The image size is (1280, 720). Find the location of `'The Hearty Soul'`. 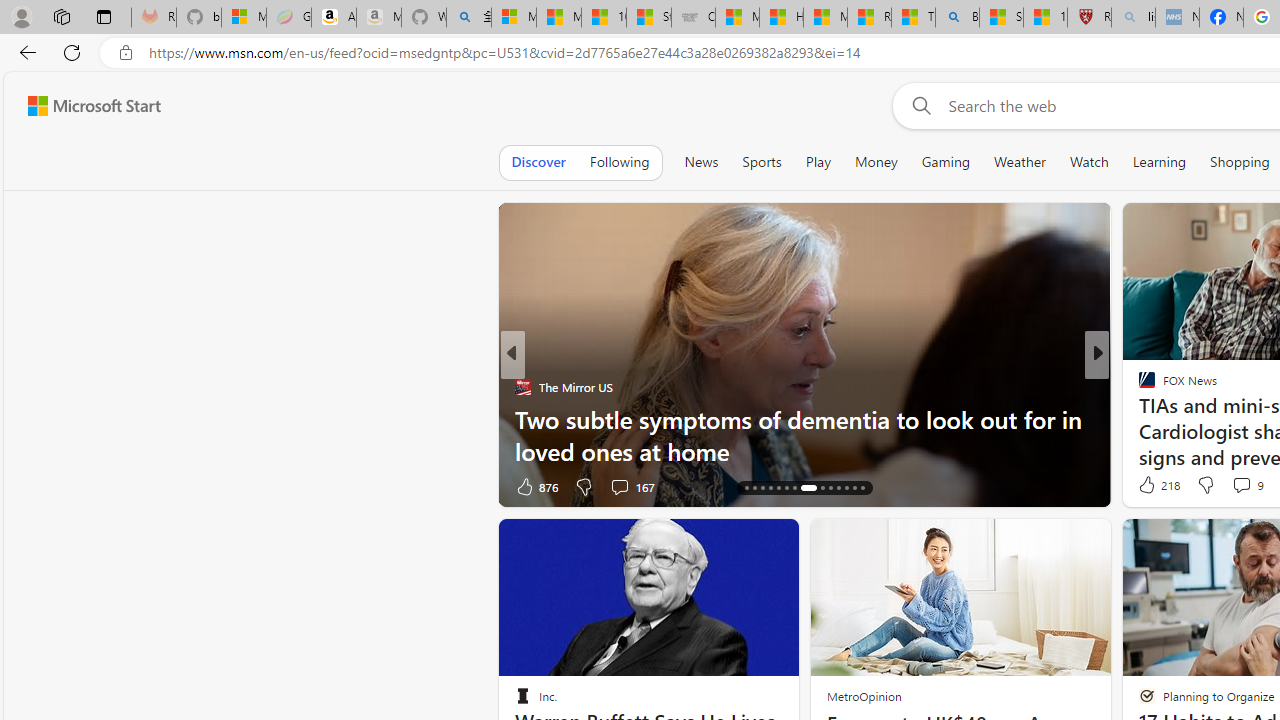

'The Hearty Soul' is located at coordinates (1138, 387).